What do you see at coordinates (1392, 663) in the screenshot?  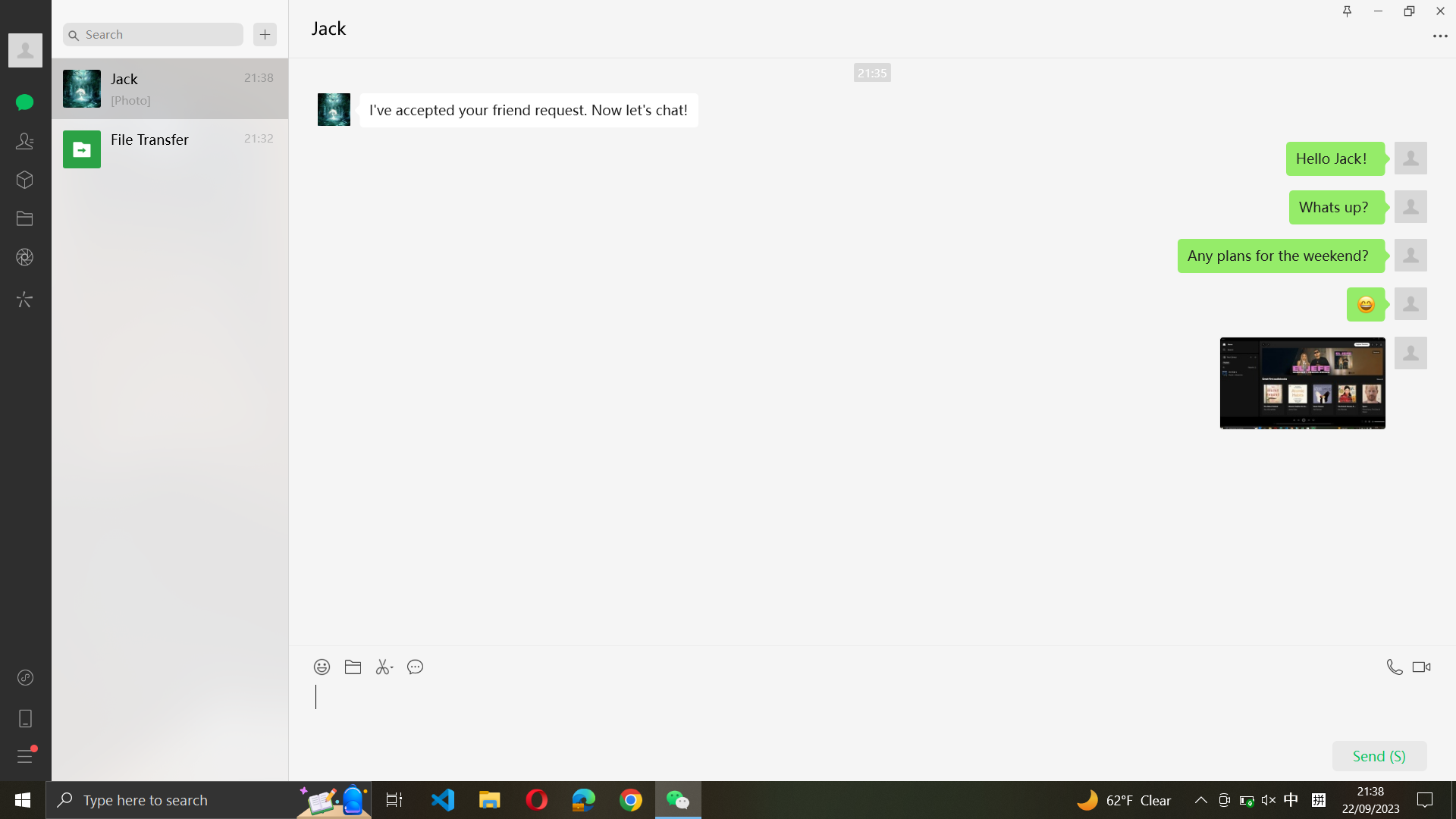 I see `Start a voice call with Jack` at bounding box center [1392, 663].